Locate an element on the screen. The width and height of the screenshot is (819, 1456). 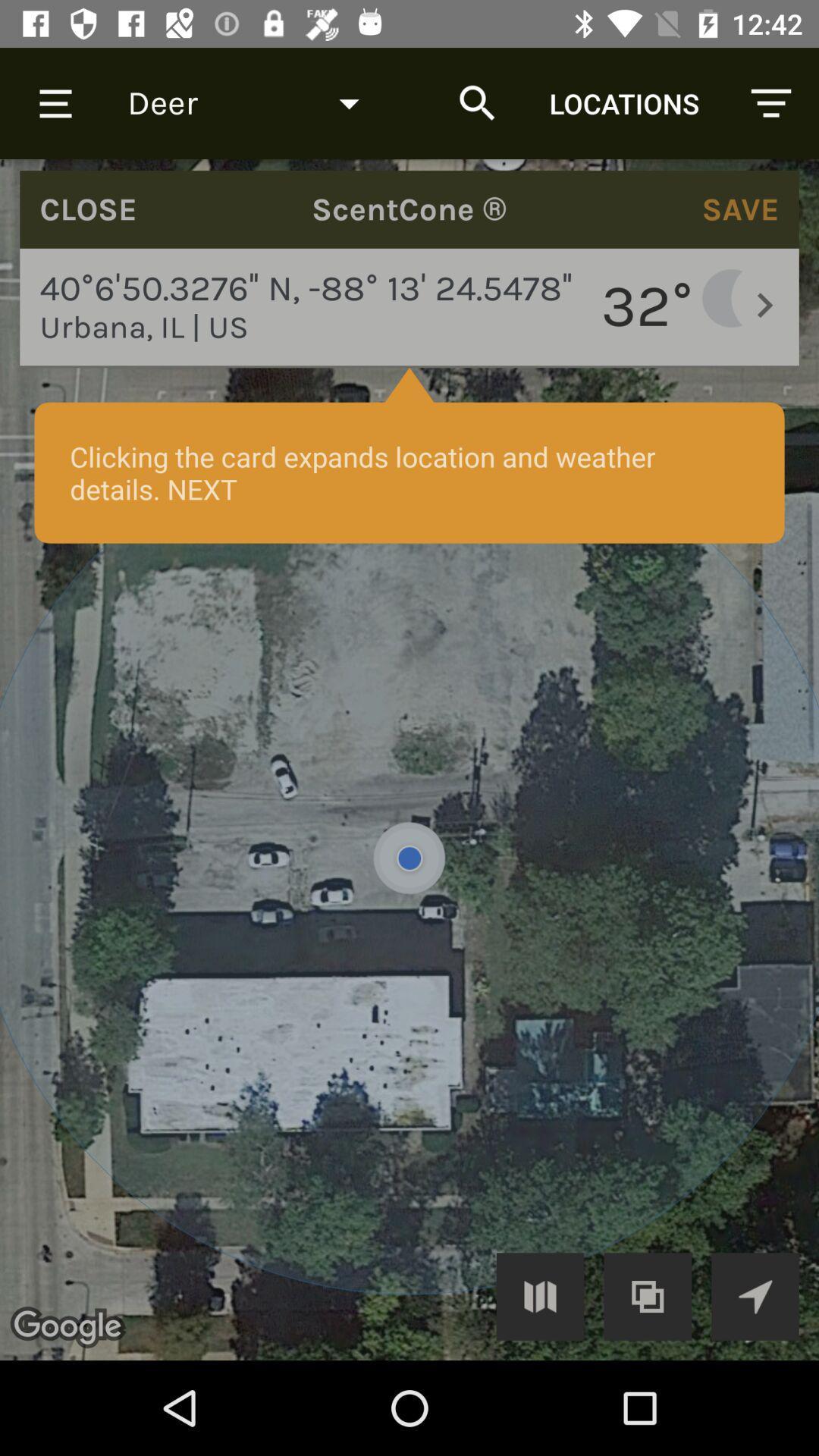
aeroplan is located at coordinates (755, 1295).